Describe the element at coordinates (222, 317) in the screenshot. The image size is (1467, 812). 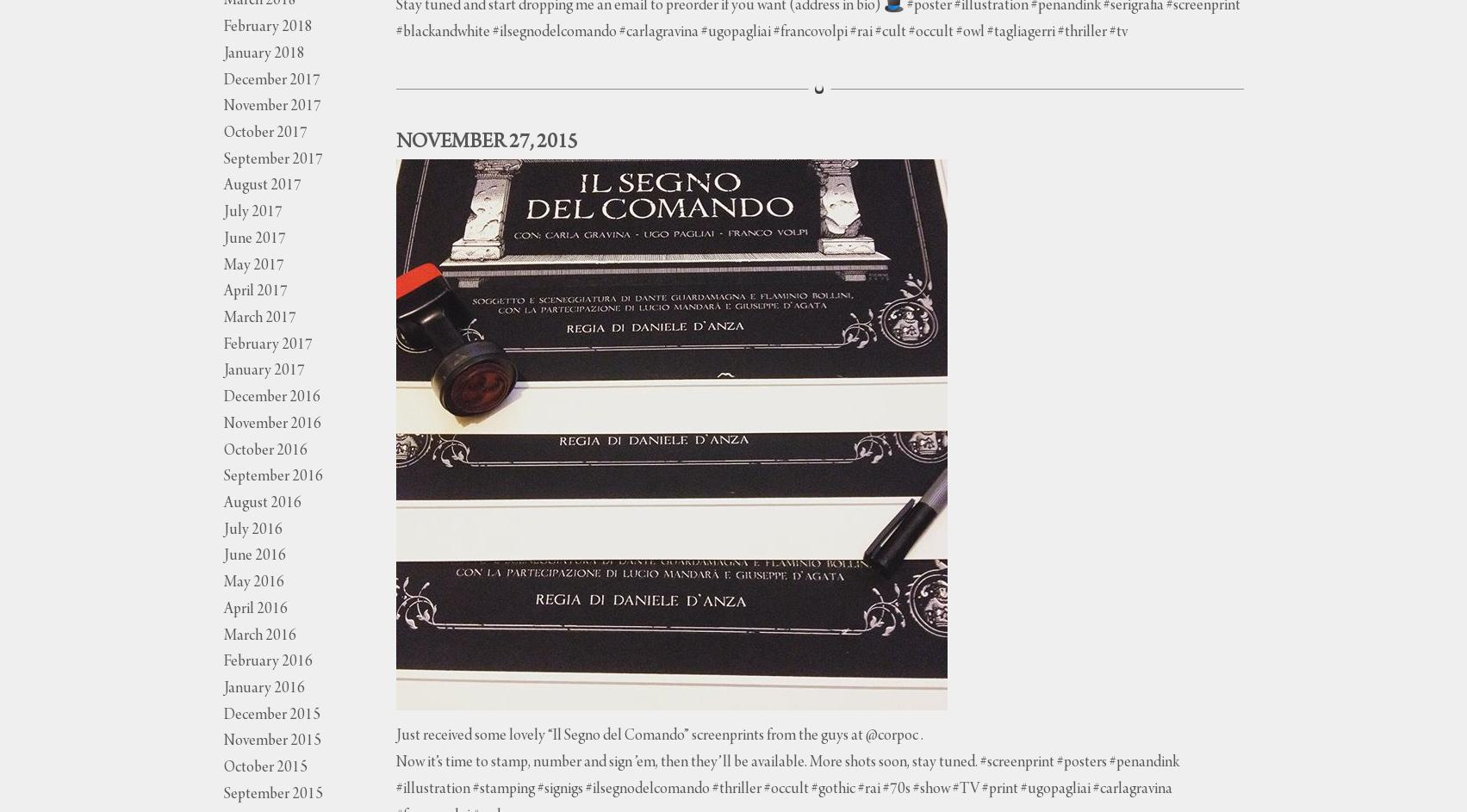
I see `'March 2017'` at that location.